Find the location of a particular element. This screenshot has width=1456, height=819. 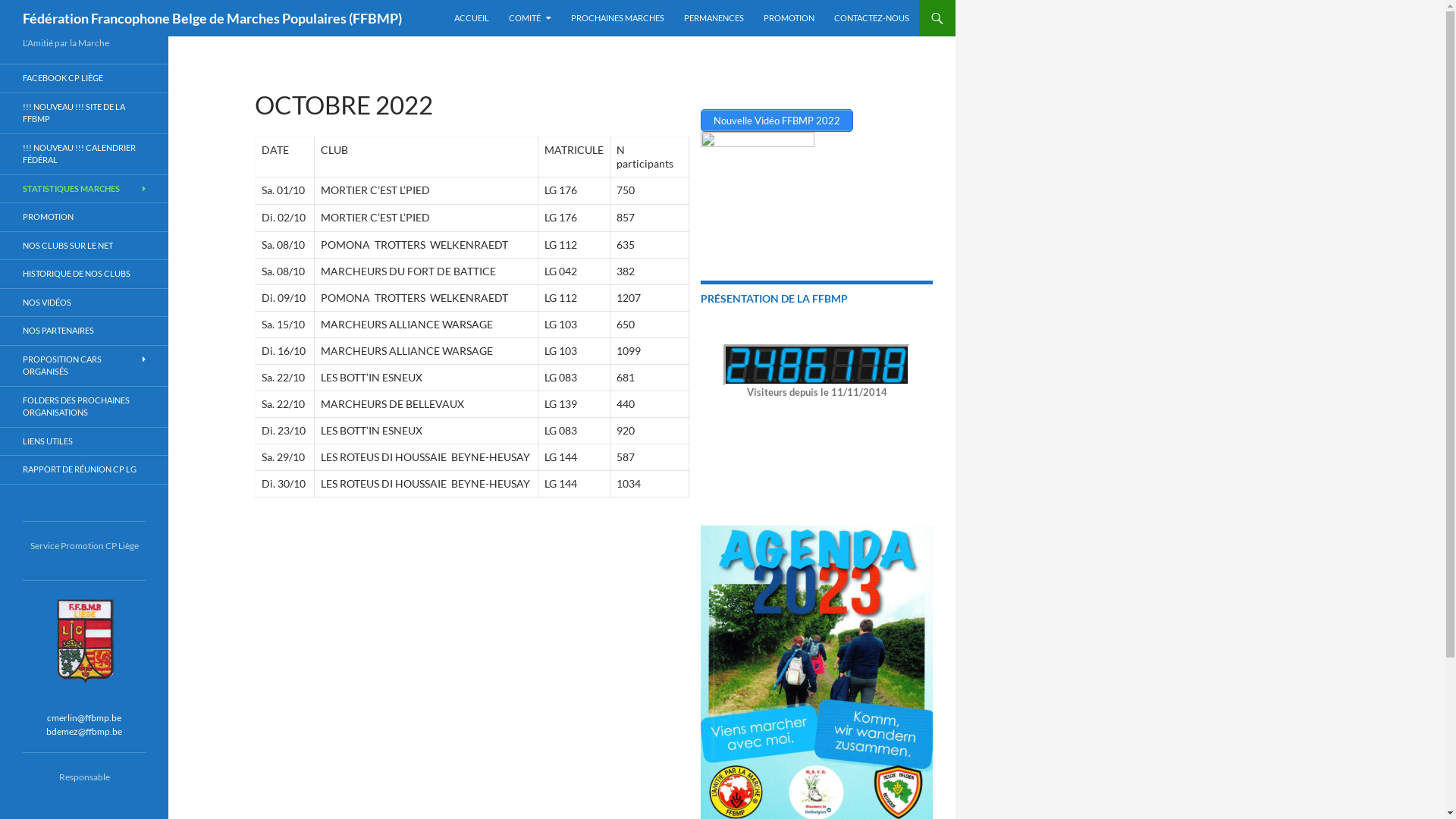

'LIENS UTILES' is located at coordinates (83, 441).